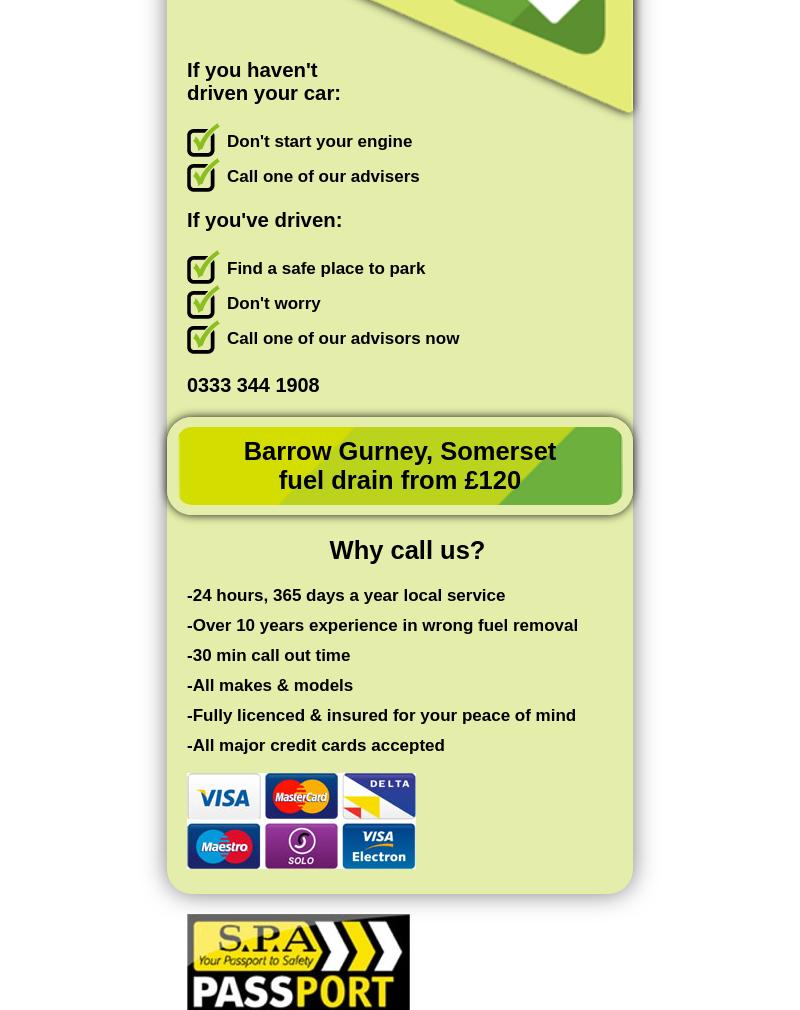 This screenshot has height=1010, width=800. Describe the element at coordinates (342, 338) in the screenshot. I see `'Call one of our advisors now'` at that location.